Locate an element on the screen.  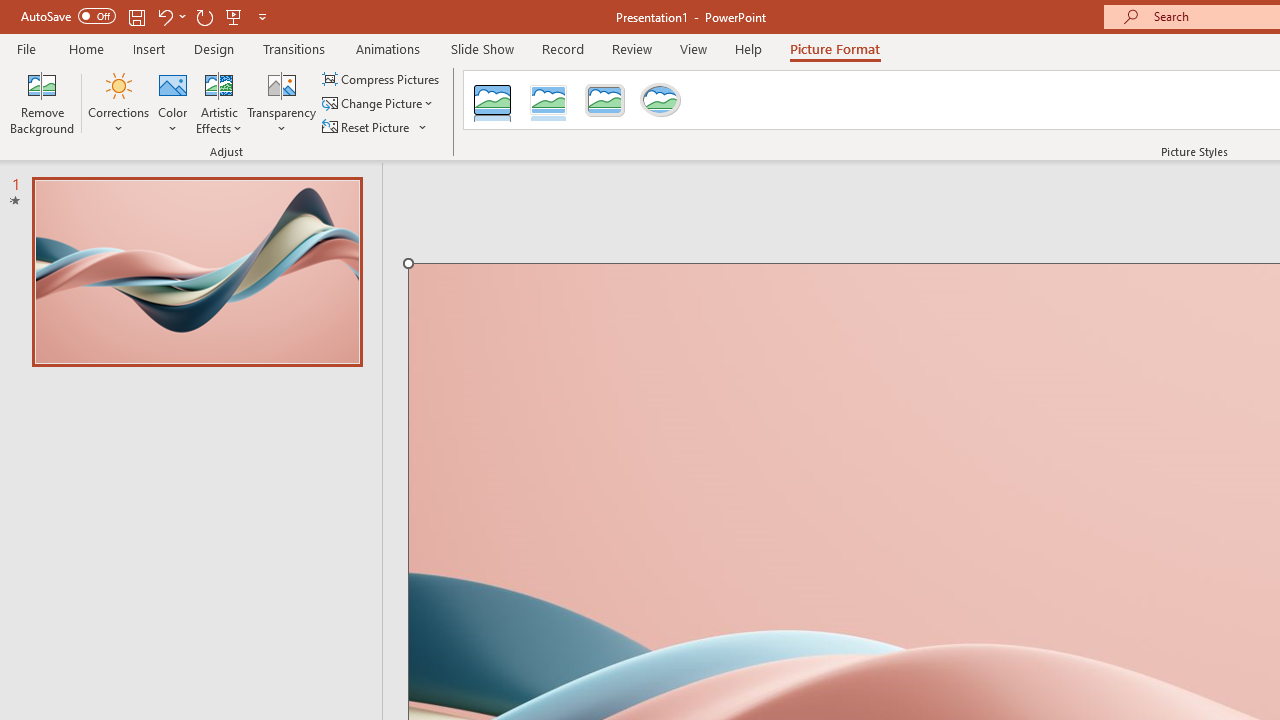
'Reset Picture' is located at coordinates (367, 127).